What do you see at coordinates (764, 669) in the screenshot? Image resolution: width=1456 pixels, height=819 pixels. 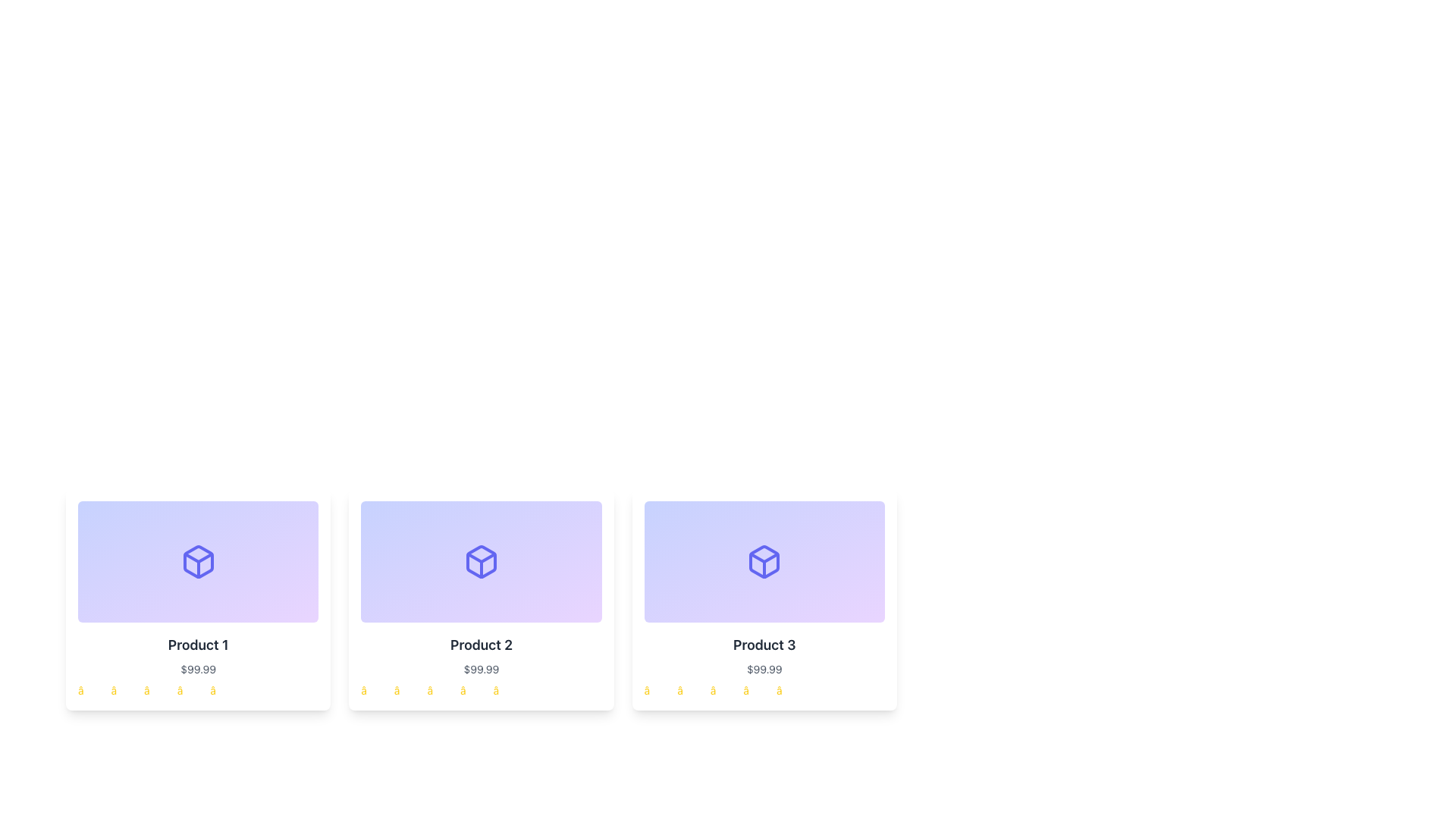 I see `the price text label displaying '$99.99' located in the bottom-middle section of the 'Product 3' card, which is directly below the 'Product 3' title` at bounding box center [764, 669].